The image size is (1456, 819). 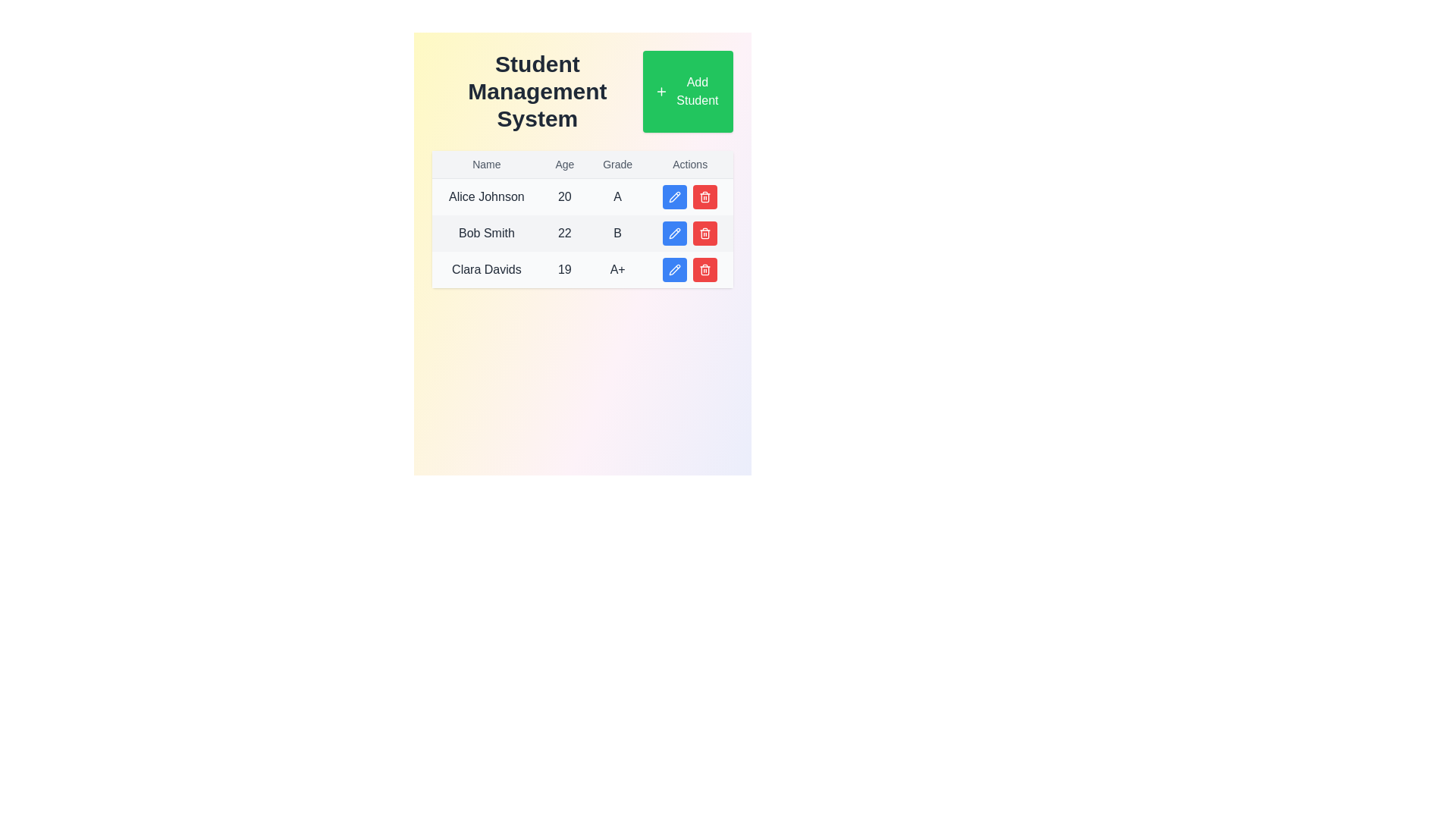 What do you see at coordinates (674, 234) in the screenshot?
I see `the edit icon in the second row of the actions column in the student management table, located between the 'B' grade and the trash icon` at bounding box center [674, 234].